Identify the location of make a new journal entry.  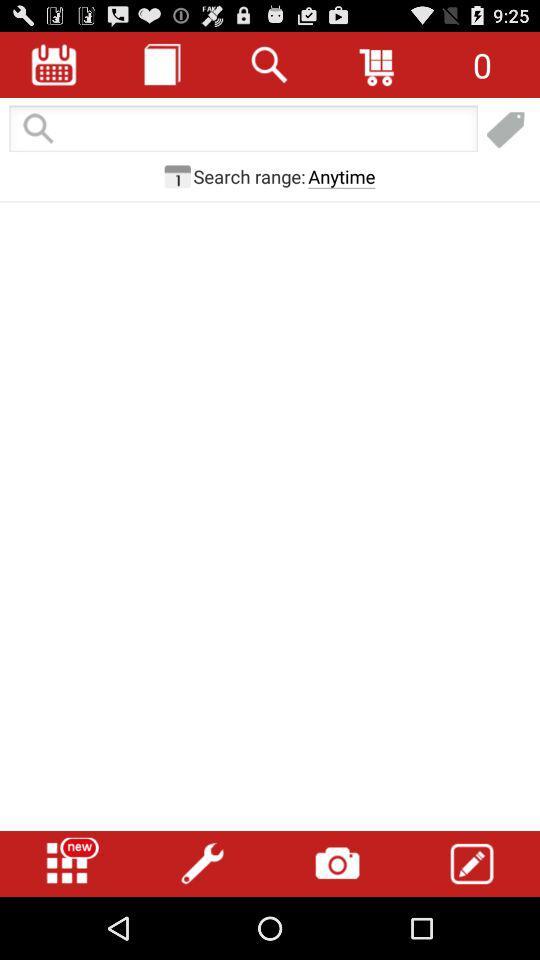
(505, 129).